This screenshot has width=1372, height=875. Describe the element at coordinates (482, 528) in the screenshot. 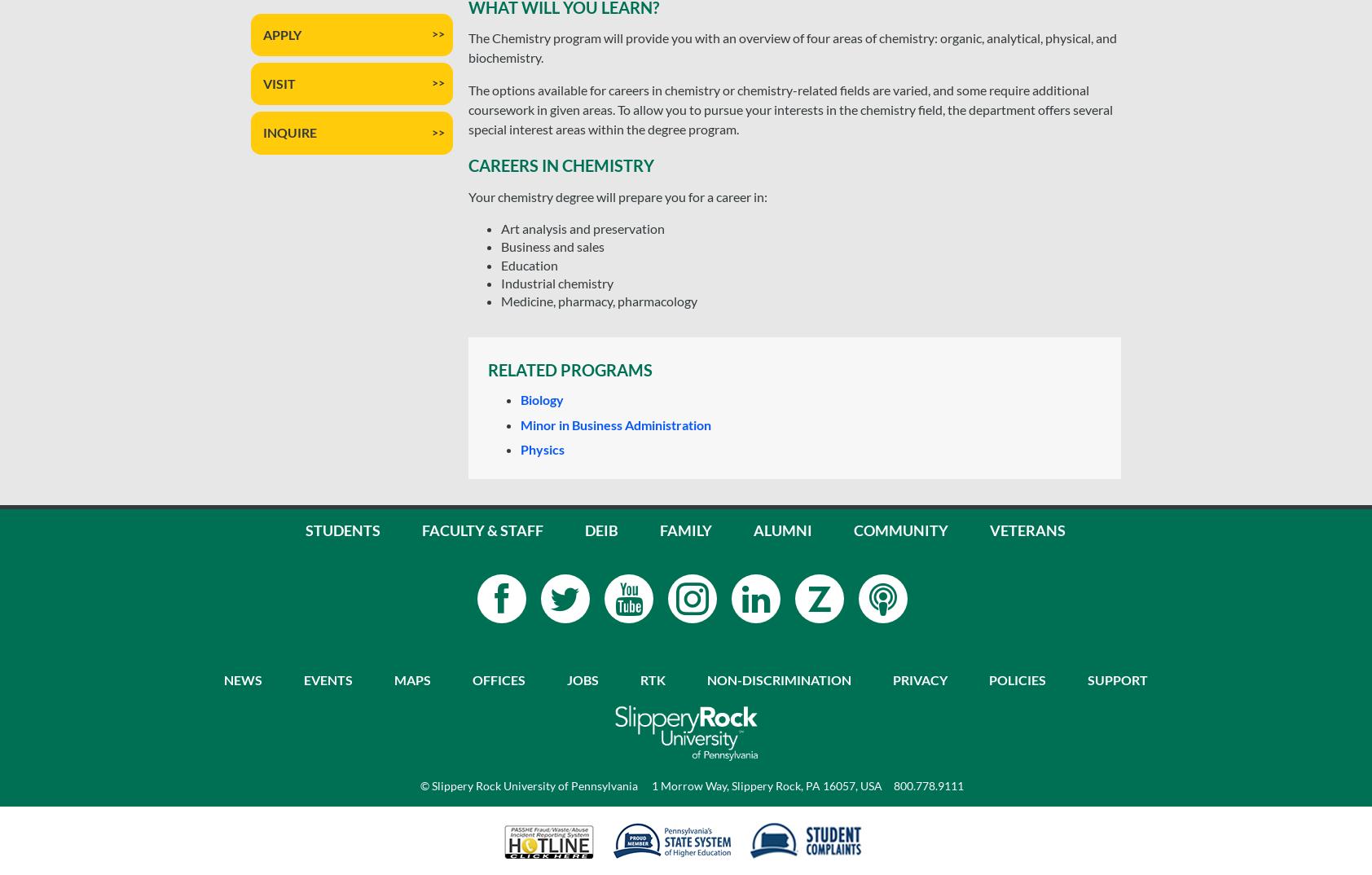

I see `'Faculty & Staff'` at that location.